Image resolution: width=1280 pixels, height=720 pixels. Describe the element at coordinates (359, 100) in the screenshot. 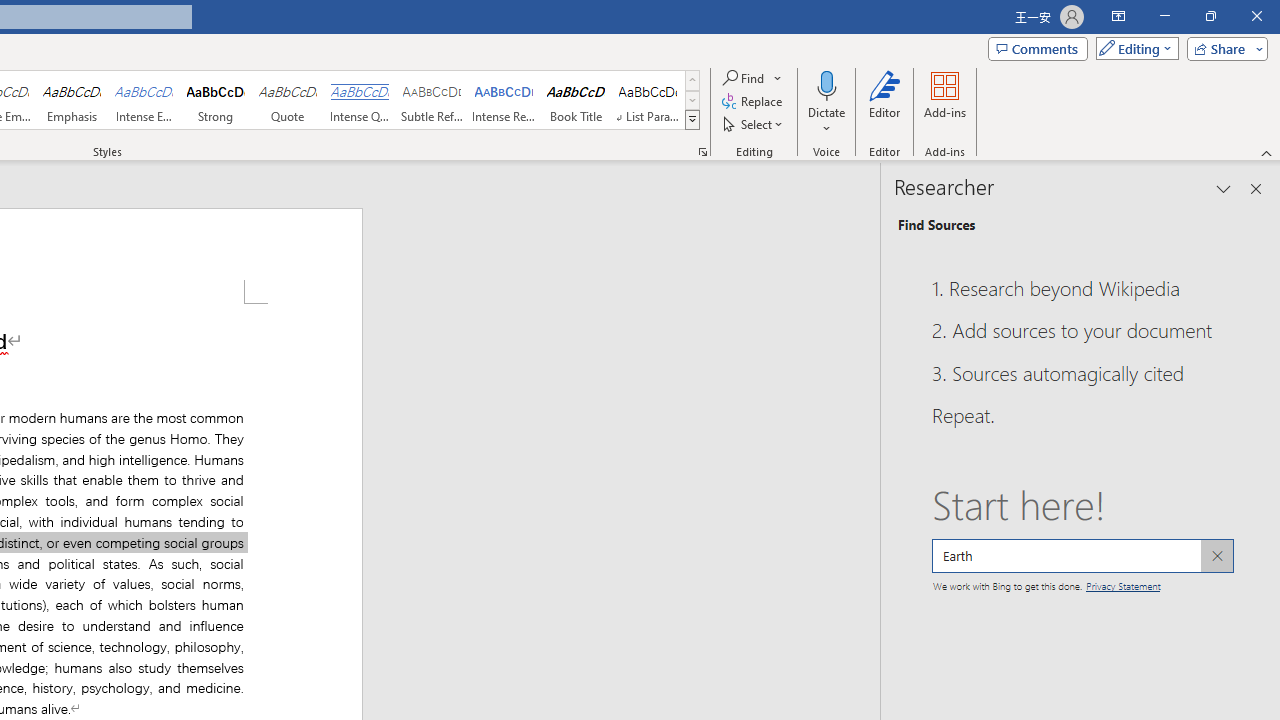

I see `'Intense Quote'` at that location.